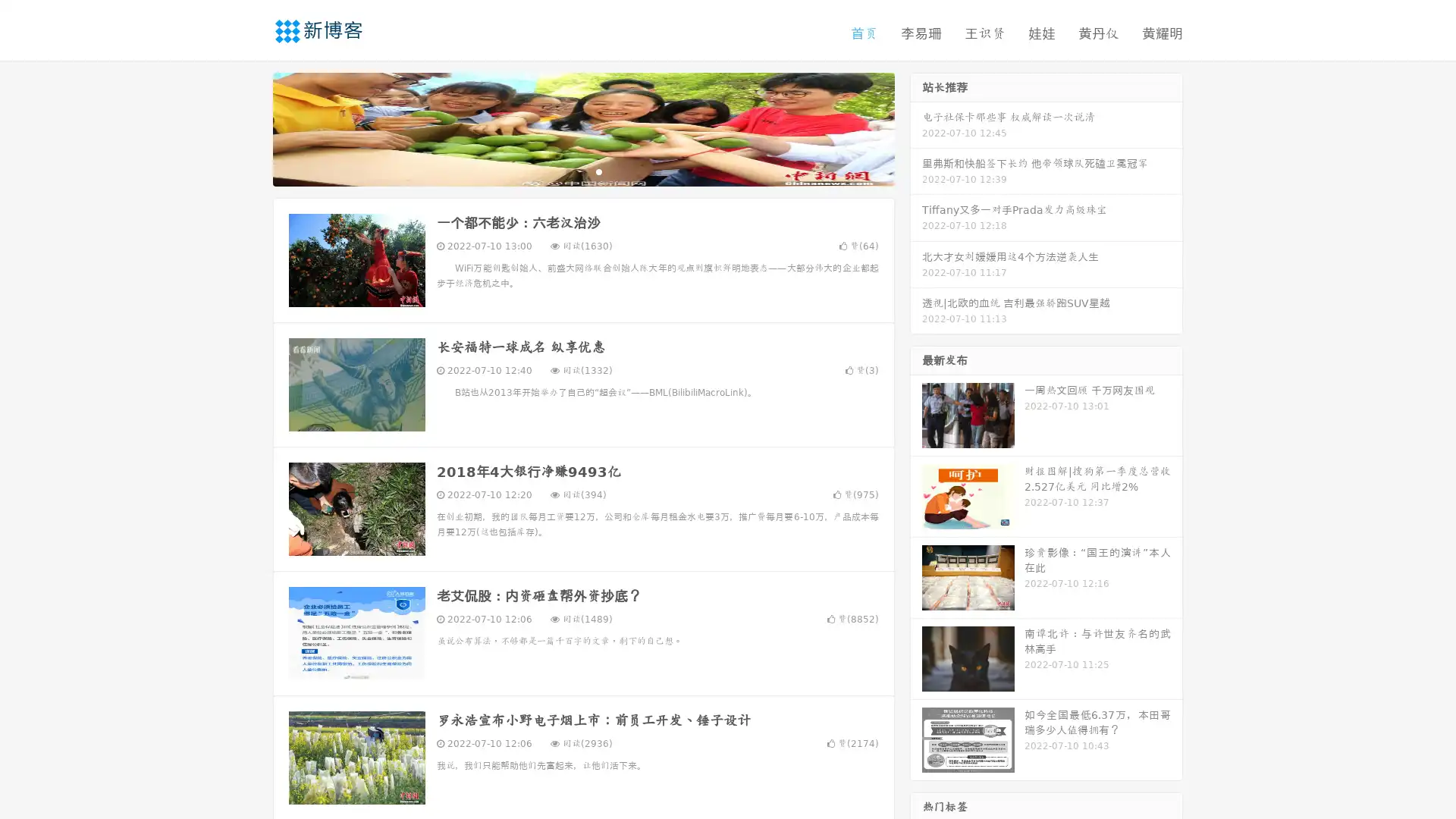  I want to click on Go to slide 3, so click(598, 171).